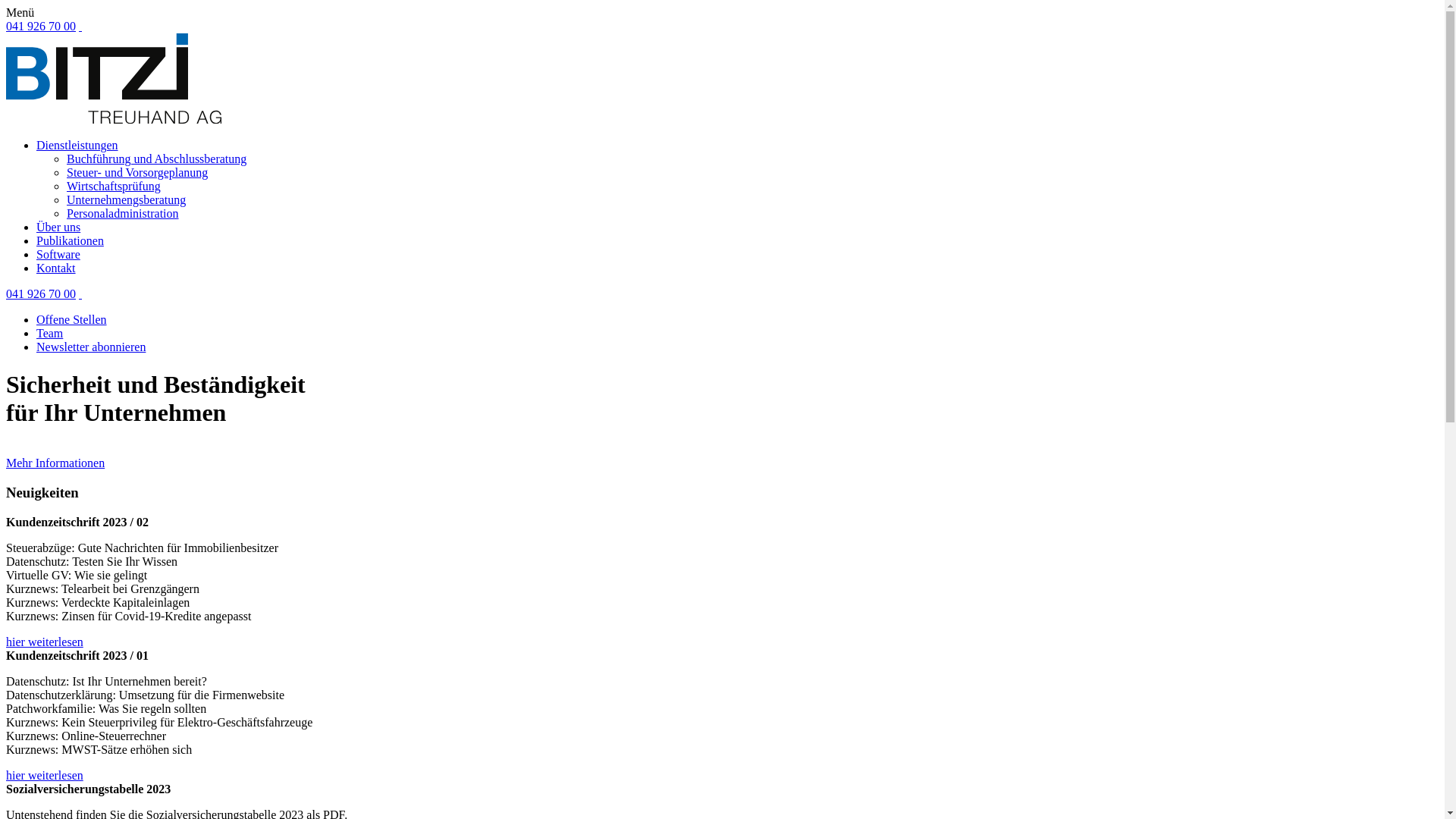  I want to click on 'Team', so click(49, 332).